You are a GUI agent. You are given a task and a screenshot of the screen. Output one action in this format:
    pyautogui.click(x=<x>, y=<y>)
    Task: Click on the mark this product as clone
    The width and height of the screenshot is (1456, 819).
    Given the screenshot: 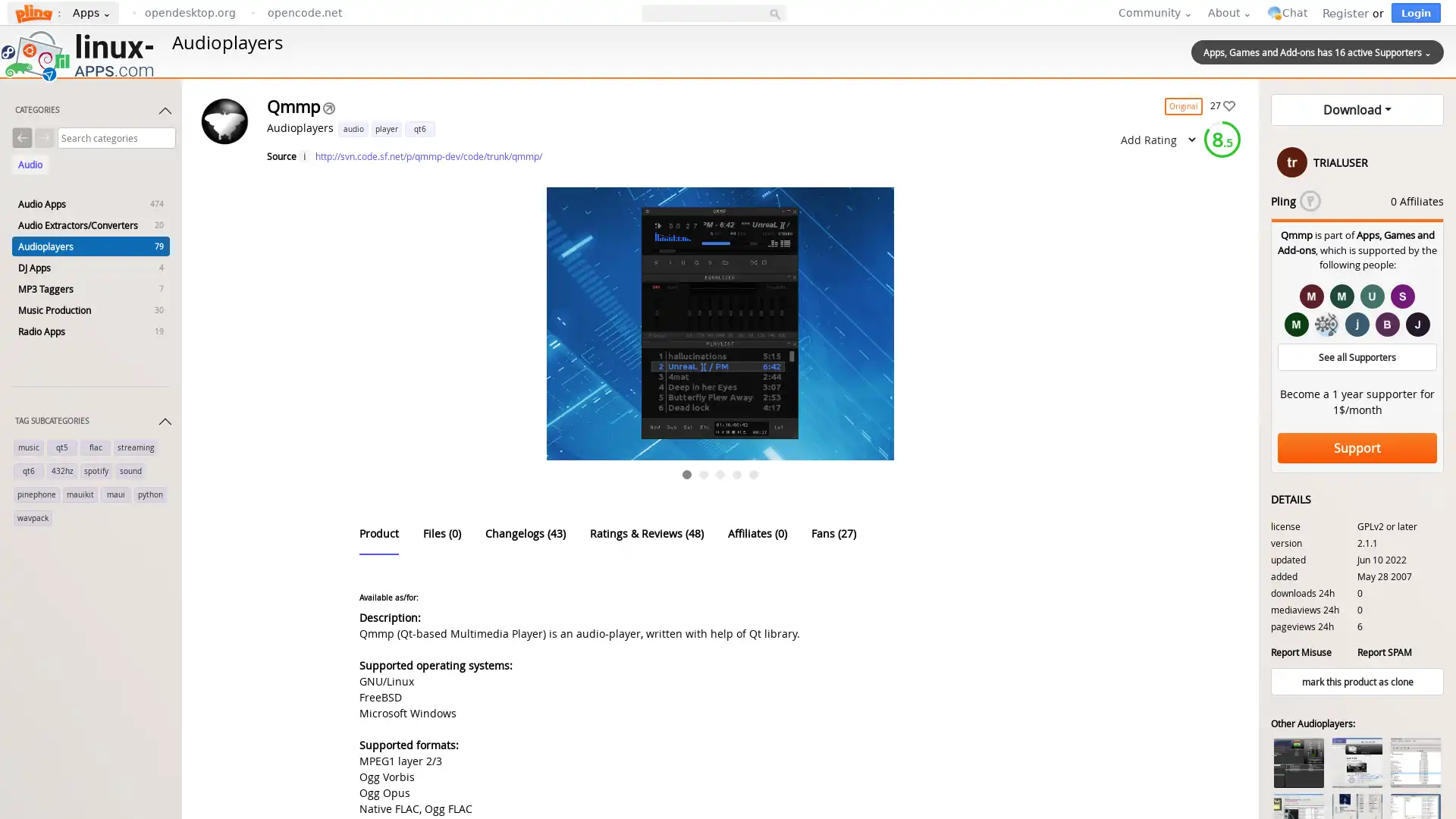 What is the action you would take?
    pyautogui.click(x=1357, y=680)
    